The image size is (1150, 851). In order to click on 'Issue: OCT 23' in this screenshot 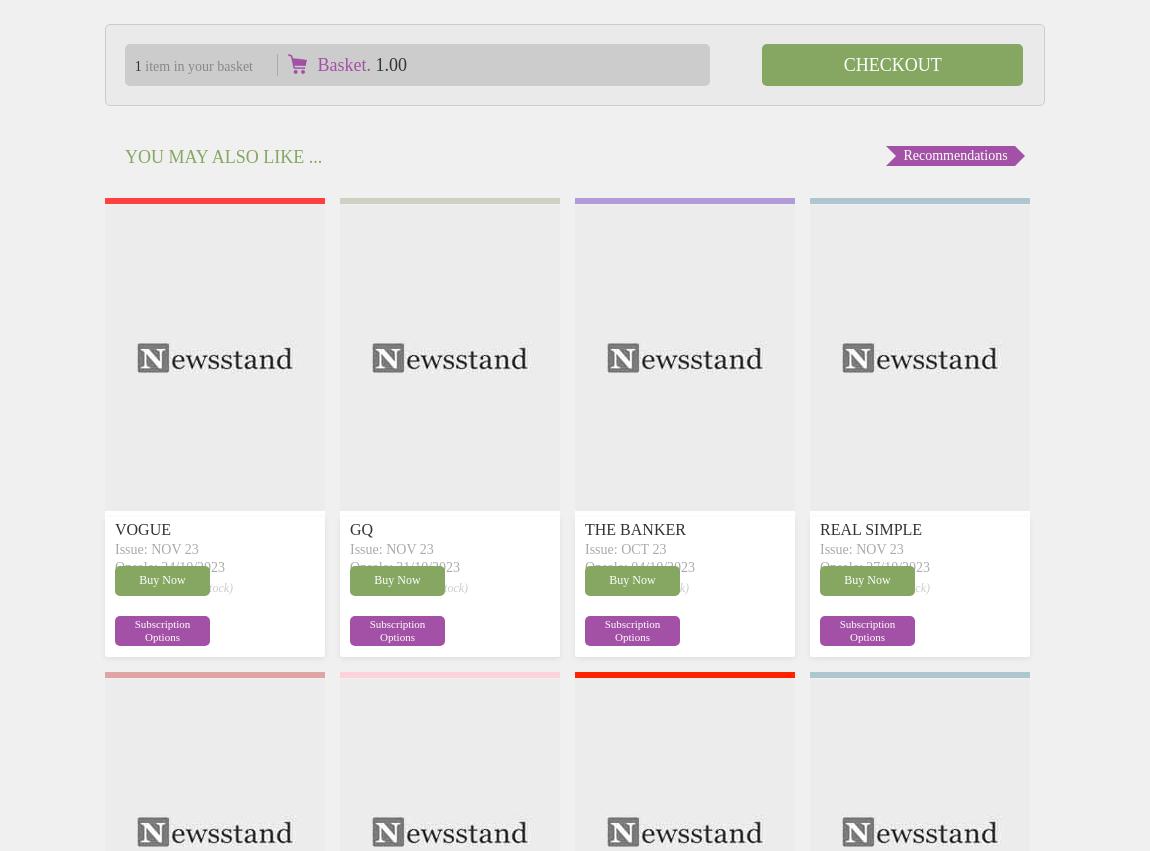, I will do `click(624, 547)`.